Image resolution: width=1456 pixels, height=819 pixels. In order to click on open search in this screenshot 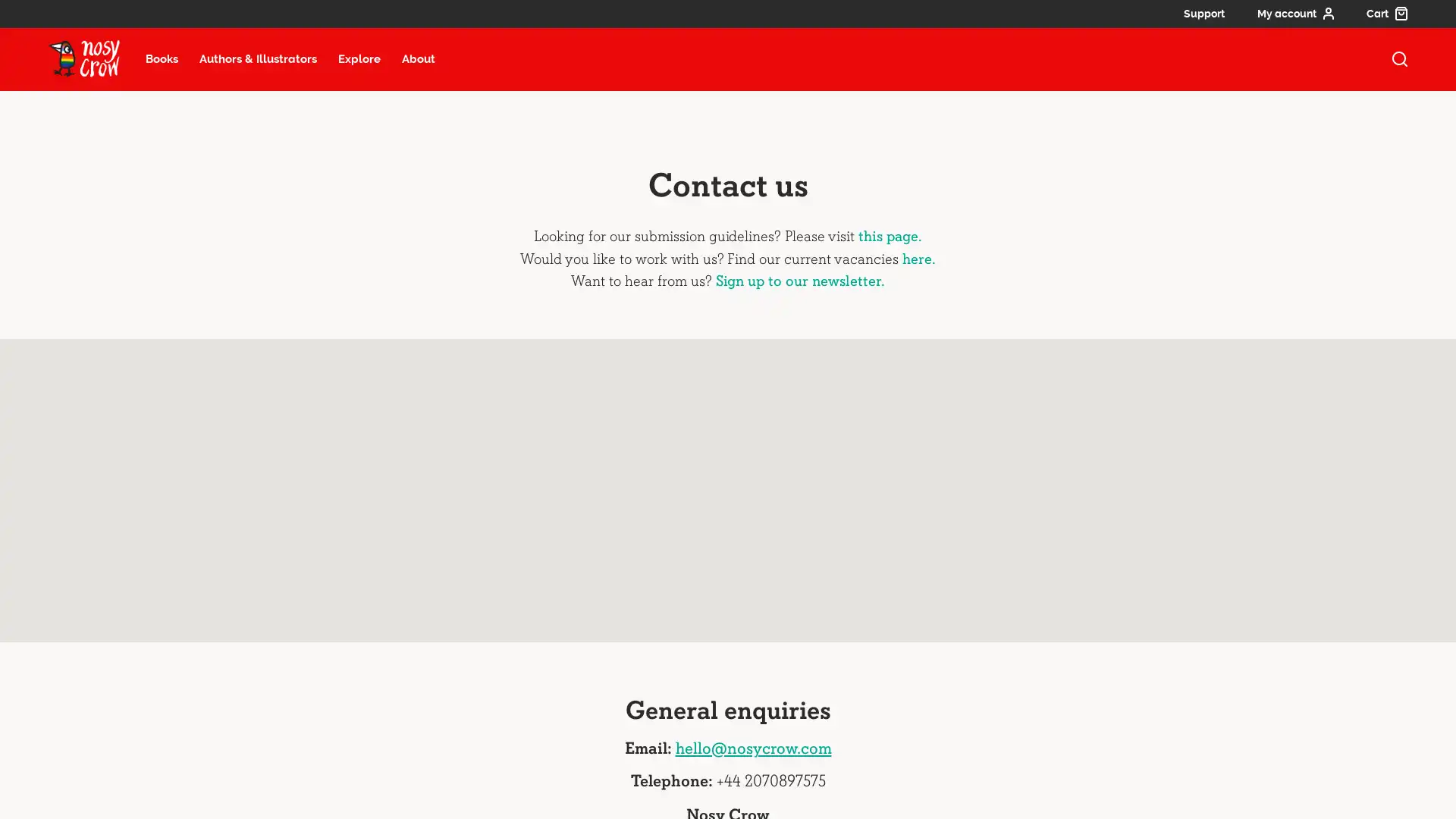, I will do `click(1399, 58)`.